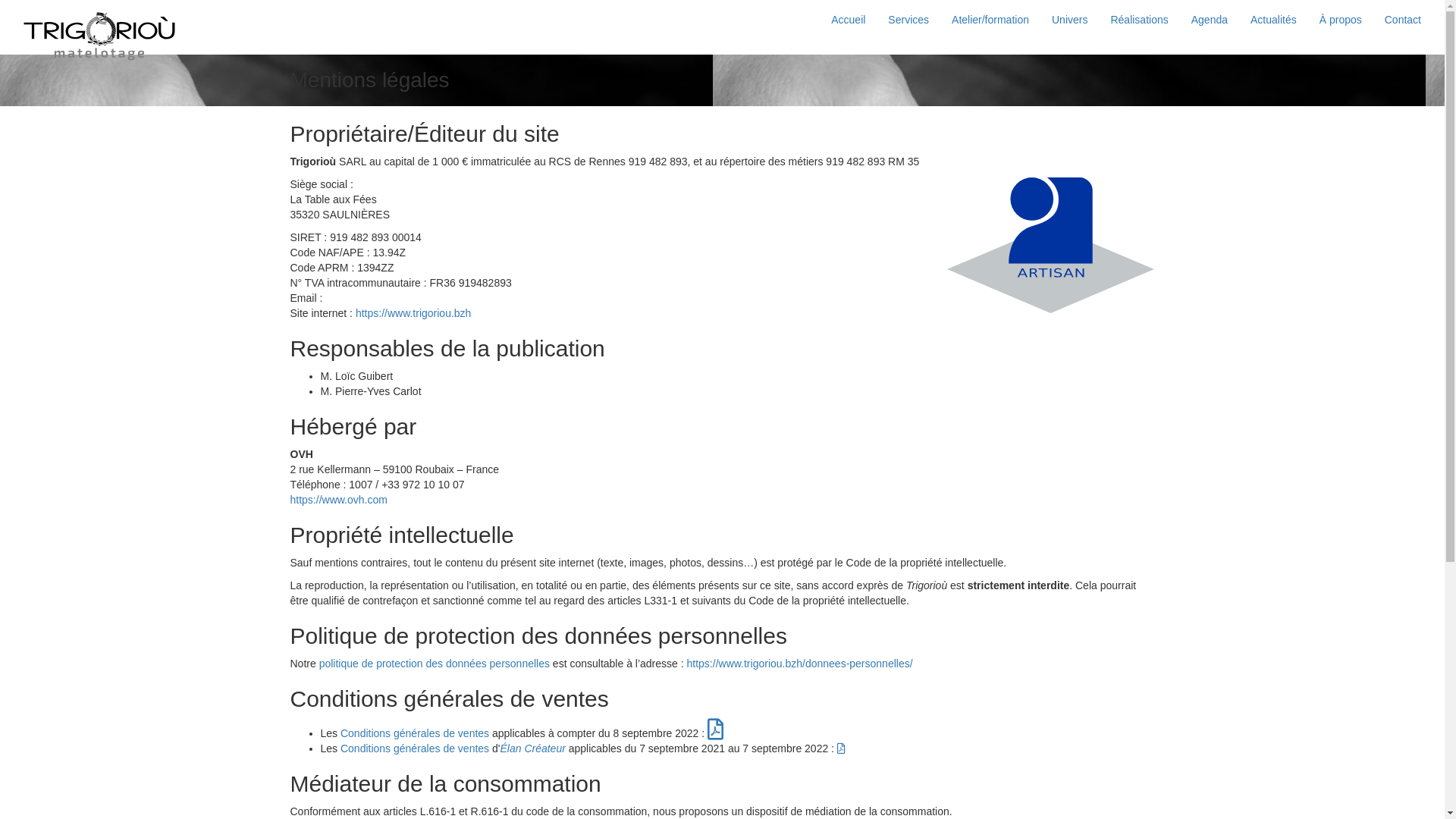  What do you see at coordinates (990, 20) in the screenshot?
I see `'Atelier/formation'` at bounding box center [990, 20].